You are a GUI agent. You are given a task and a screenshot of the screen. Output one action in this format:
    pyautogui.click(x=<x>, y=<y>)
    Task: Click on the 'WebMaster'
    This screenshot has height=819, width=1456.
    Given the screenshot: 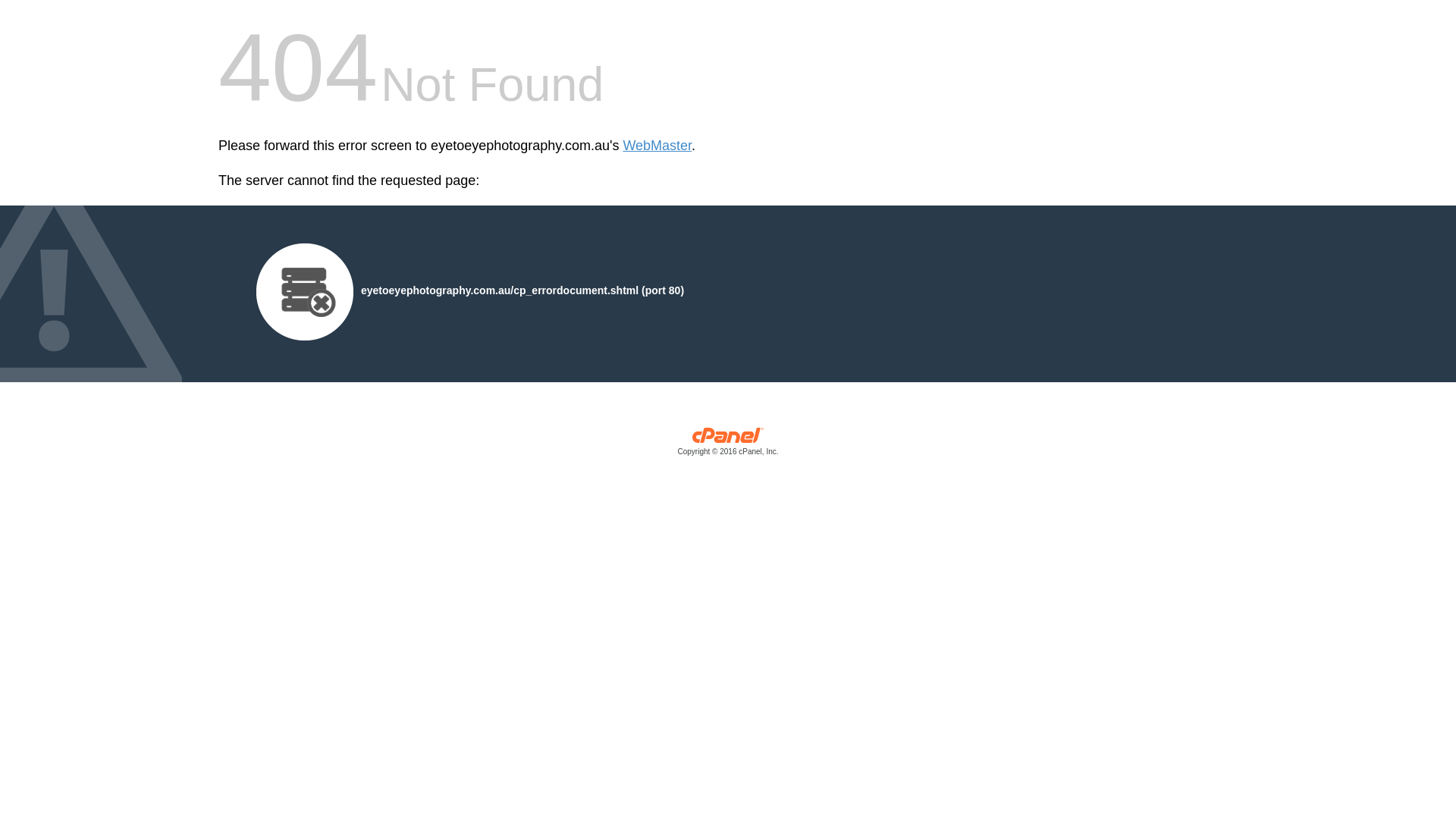 What is the action you would take?
    pyautogui.click(x=657, y=146)
    